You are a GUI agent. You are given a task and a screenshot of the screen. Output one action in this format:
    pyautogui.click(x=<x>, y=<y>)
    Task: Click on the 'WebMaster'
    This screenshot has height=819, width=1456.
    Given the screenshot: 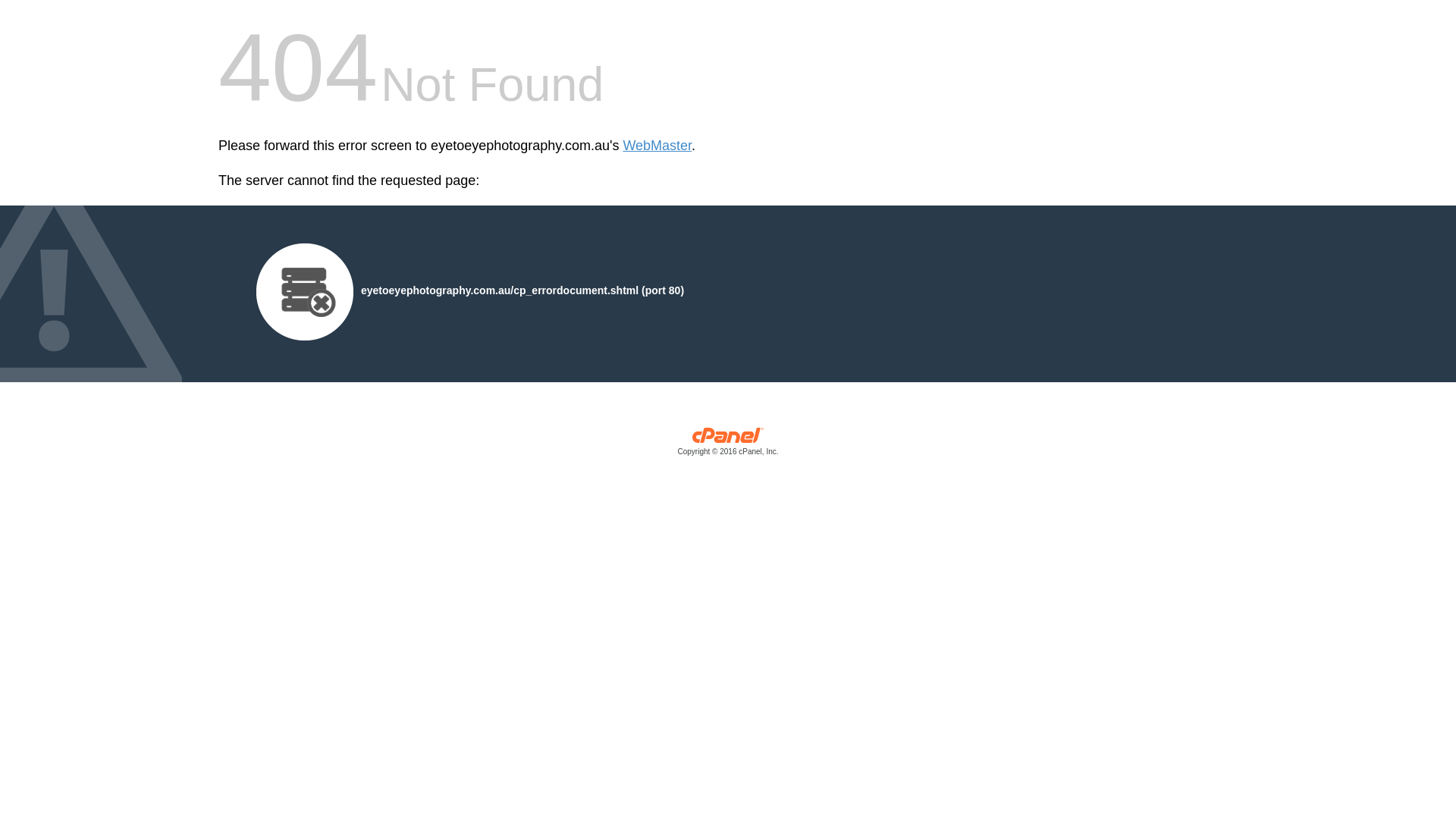 What is the action you would take?
    pyautogui.click(x=657, y=146)
    